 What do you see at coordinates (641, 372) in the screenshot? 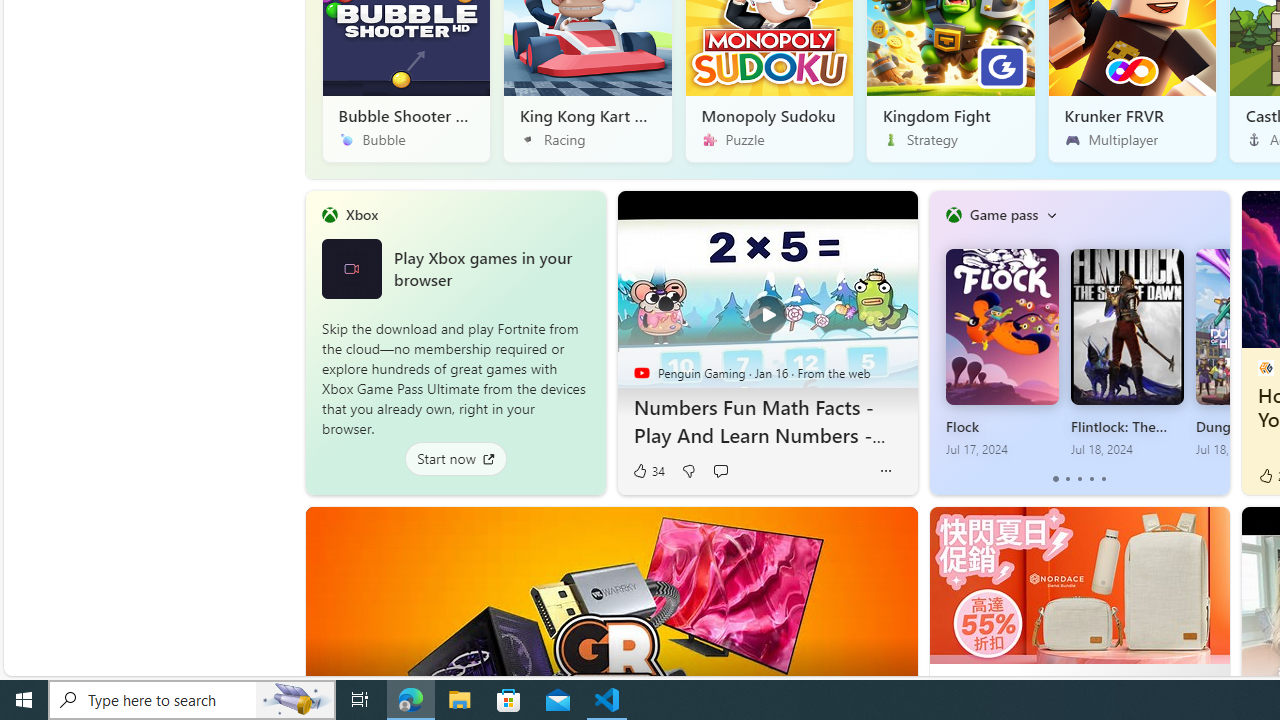
I see `'Penguin Gaming'` at bounding box center [641, 372].